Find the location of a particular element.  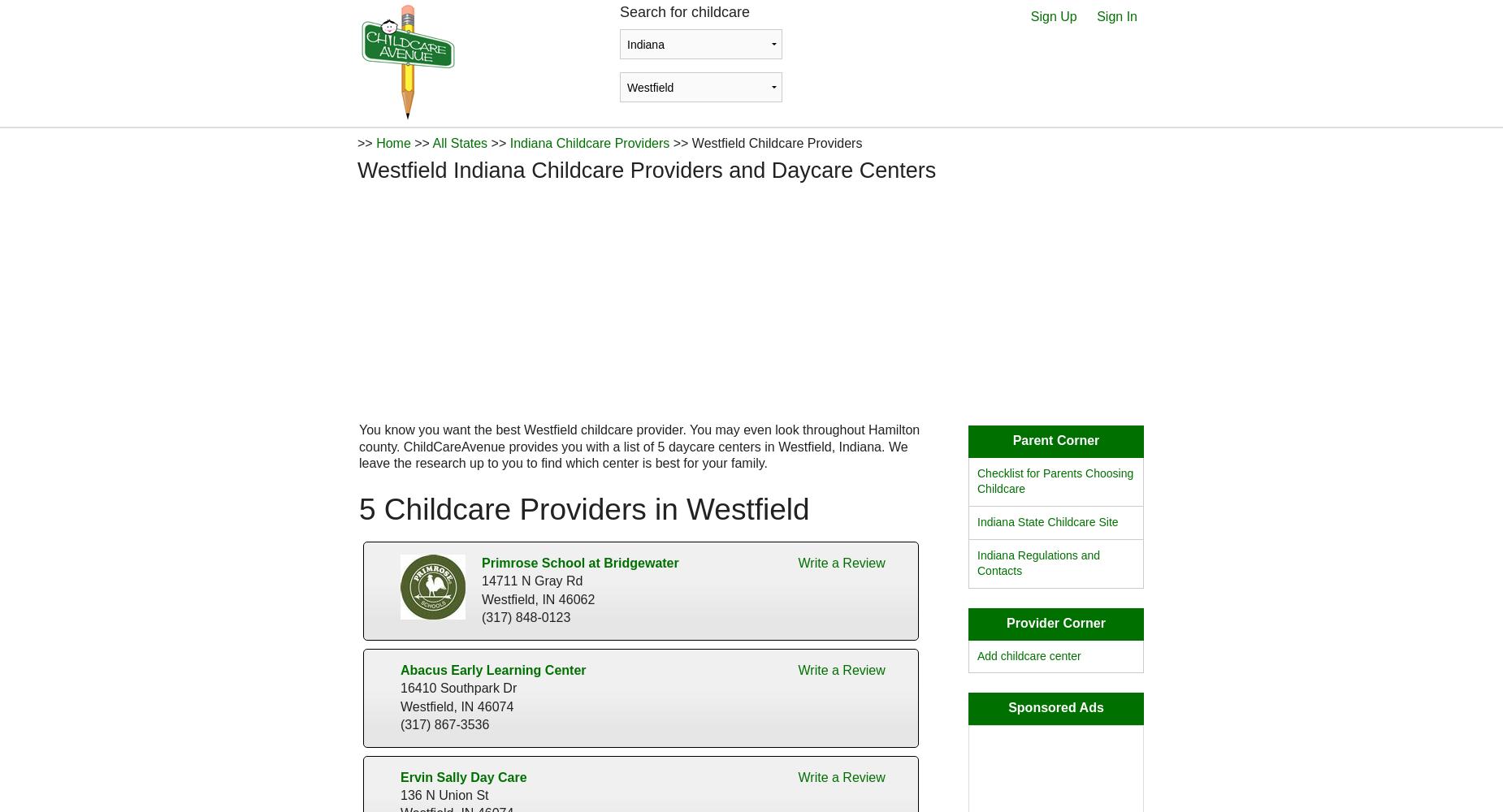

'By registering on this site, you agree to the' is located at coordinates (641, 359).